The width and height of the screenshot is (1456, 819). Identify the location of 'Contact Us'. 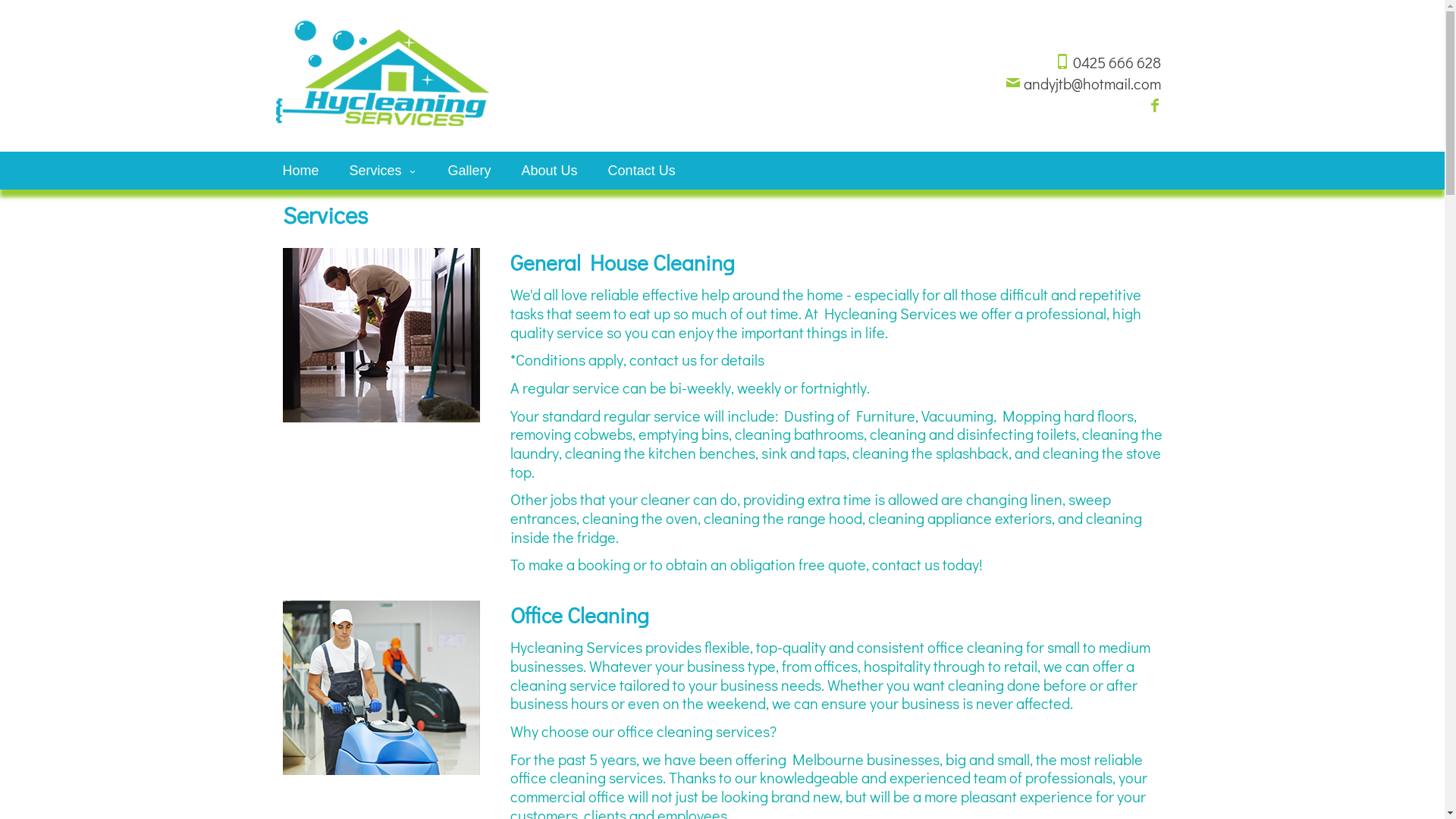
(592, 170).